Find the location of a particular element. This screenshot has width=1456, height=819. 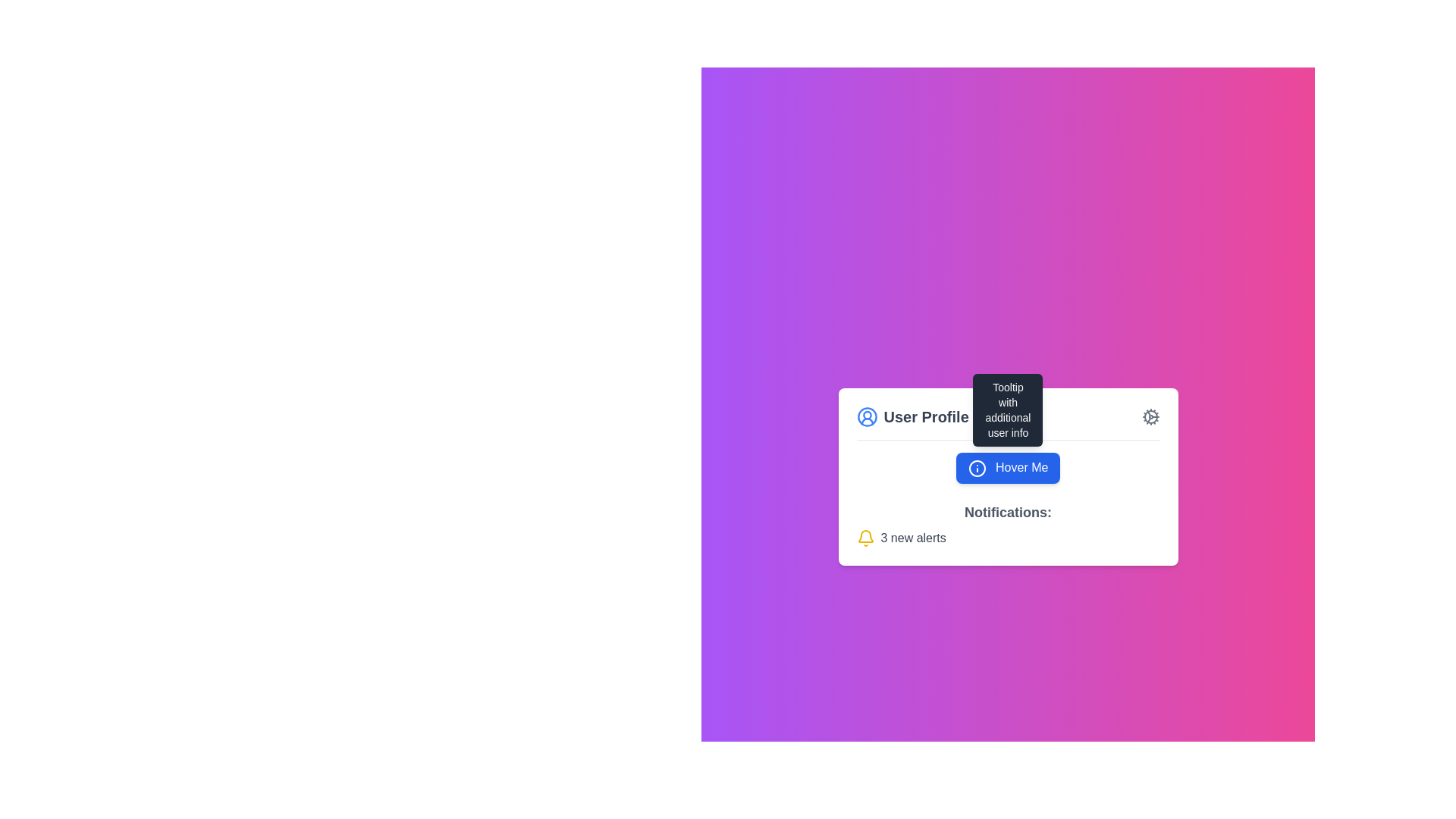

the SVG circle icon representing the user's profile information, which is located in the header section of a content card, to the left of the 'User Profile' text is located at coordinates (977, 467).